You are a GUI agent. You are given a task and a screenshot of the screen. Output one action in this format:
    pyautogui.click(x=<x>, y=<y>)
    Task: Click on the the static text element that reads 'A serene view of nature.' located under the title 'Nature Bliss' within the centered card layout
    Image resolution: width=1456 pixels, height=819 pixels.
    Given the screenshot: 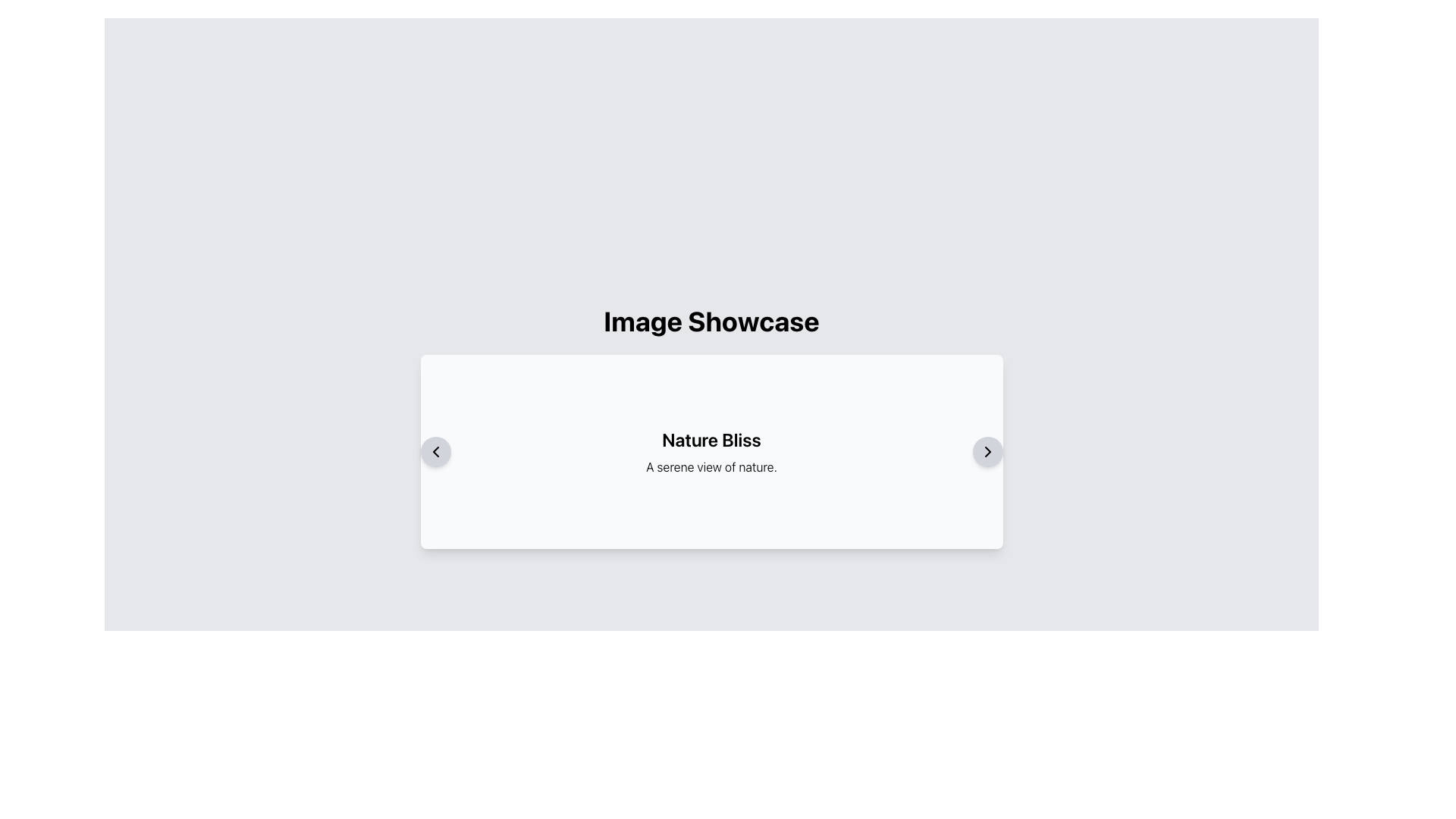 What is the action you would take?
    pyautogui.click(x=711, y=466)
    